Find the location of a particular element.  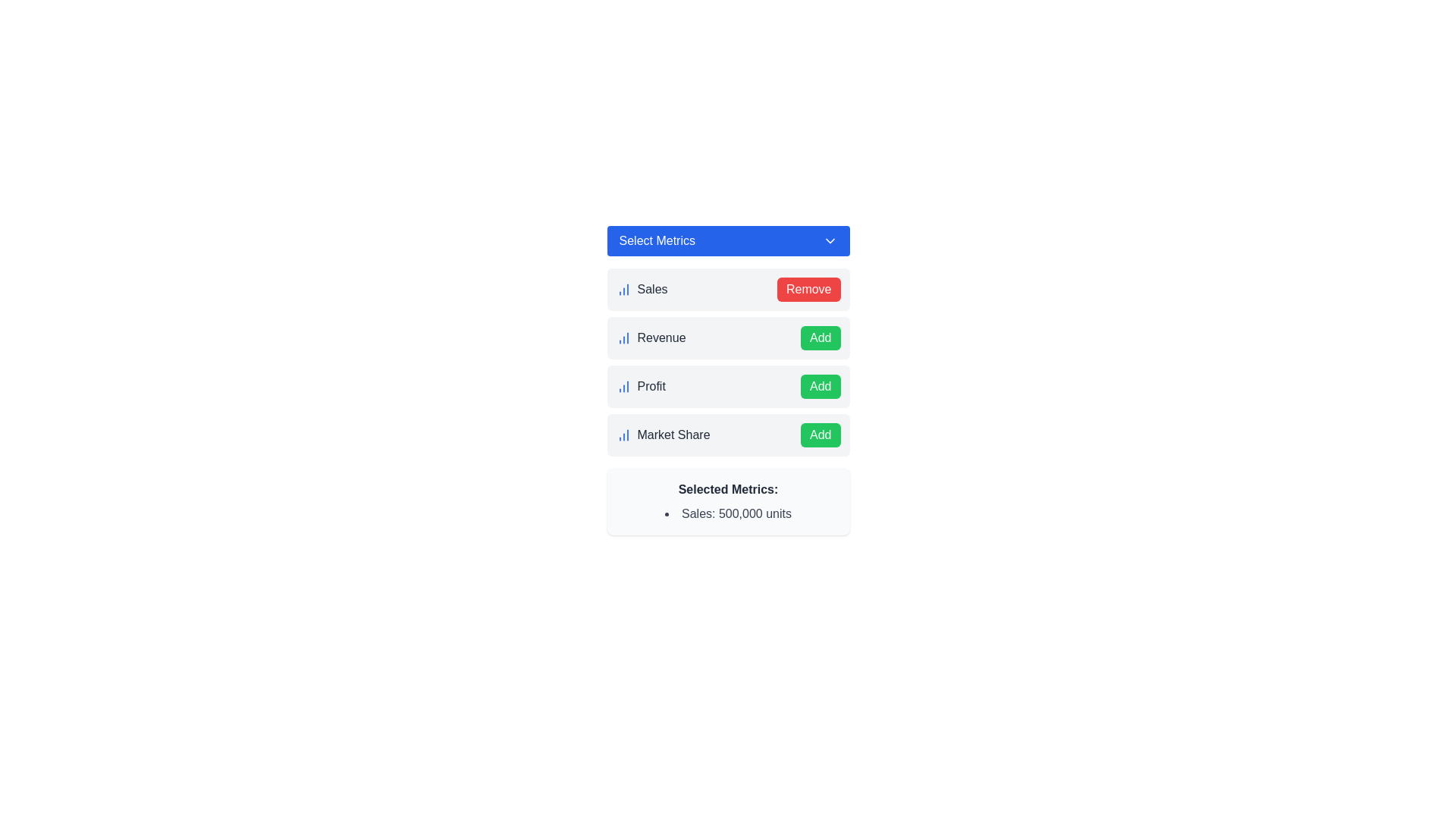

the 'Add Revenue' button located in the second row, right side of the 'Revenue' label is located at coordinates (820, 337).